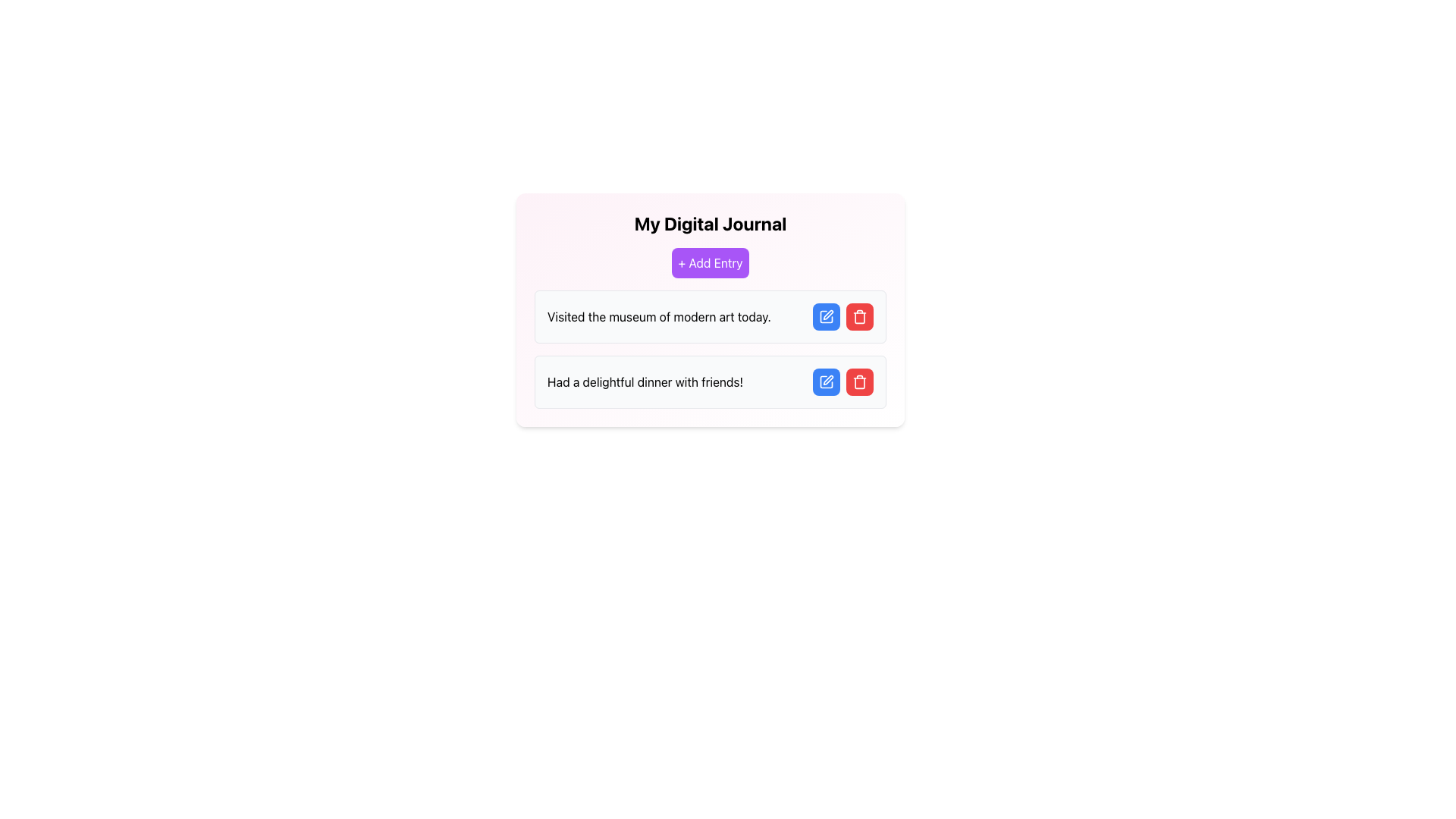 Image resolution: width=1456 pixels, height=819 pixels. Describe the element at coordinates (859, 381) in the screenshot. I see `the trash icon located within the red delete button` at that location.